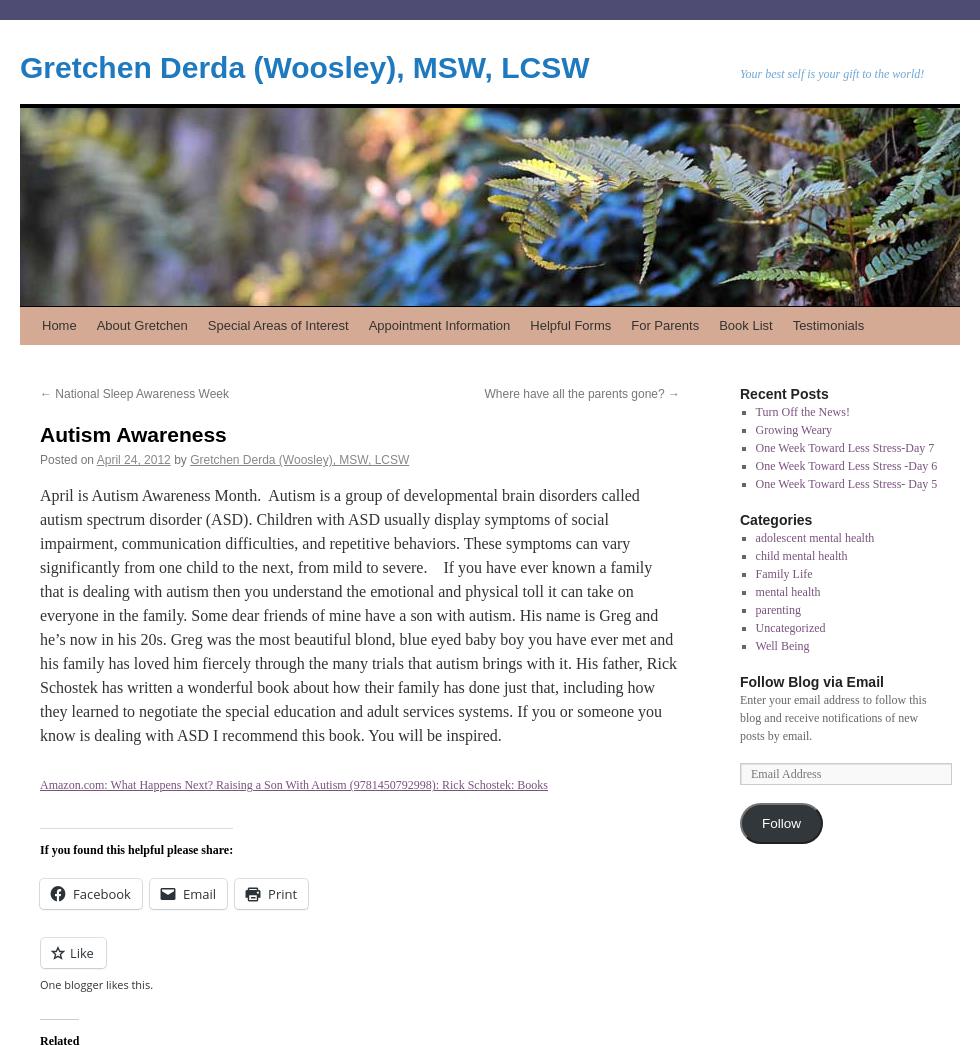 This screenshot has width=980, height=1045. I want to click on 'parenting', so click(777, 608).